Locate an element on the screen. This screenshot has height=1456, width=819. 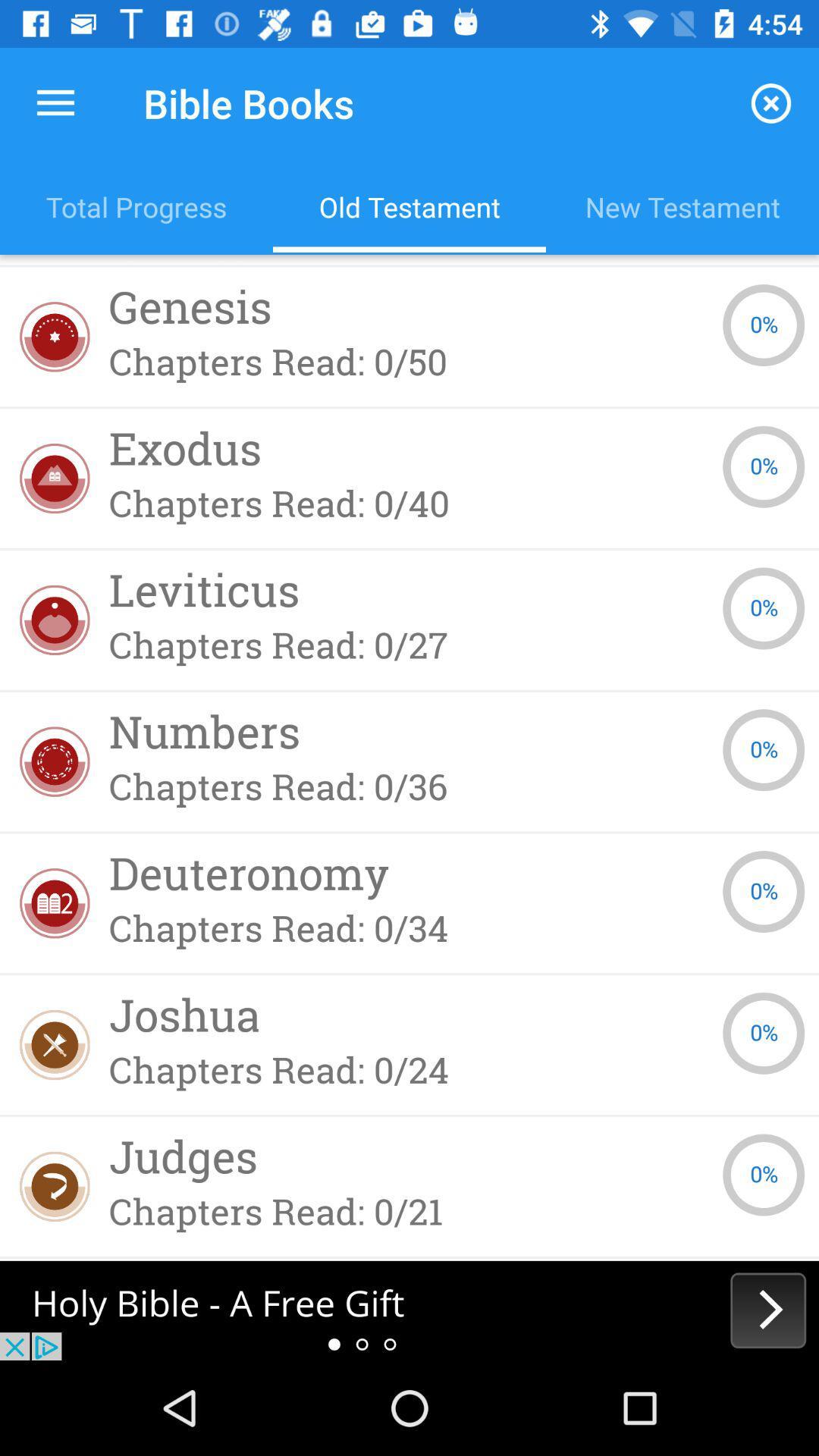
open advertisement is located at coordinates (409, 1310).